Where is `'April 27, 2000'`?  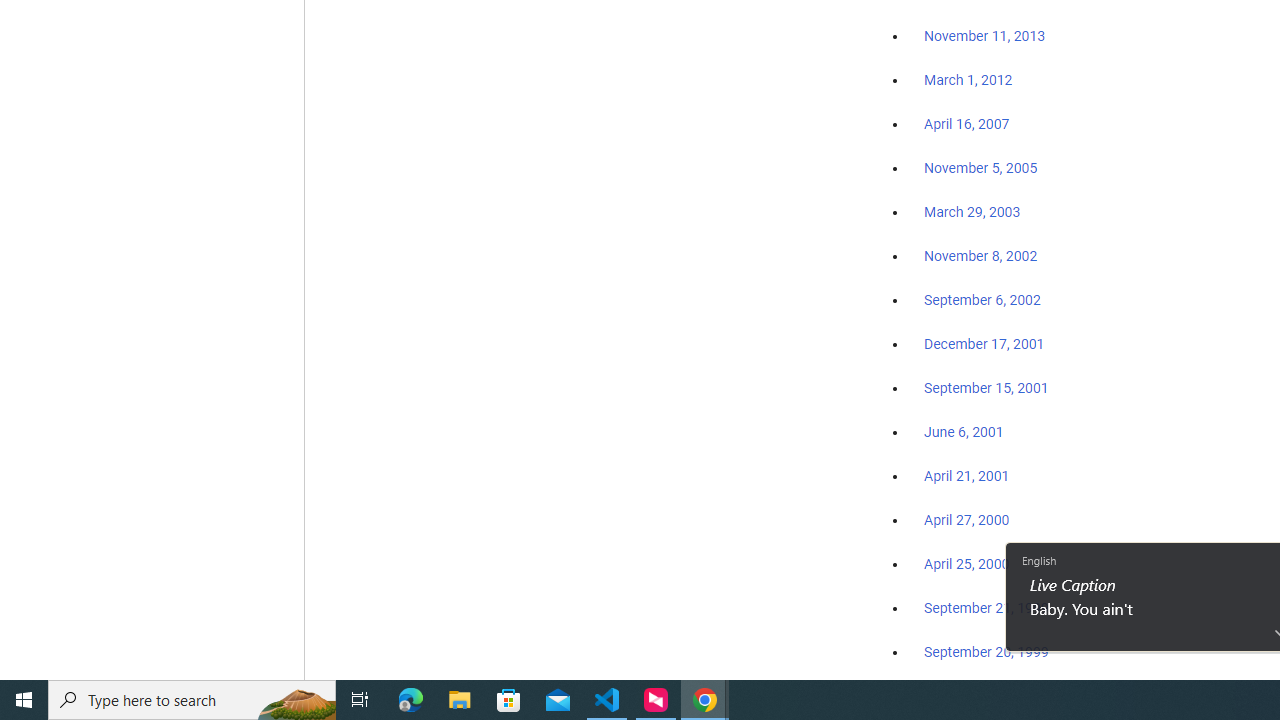
'April 27, 2000' is located at coordinates (967, 519).